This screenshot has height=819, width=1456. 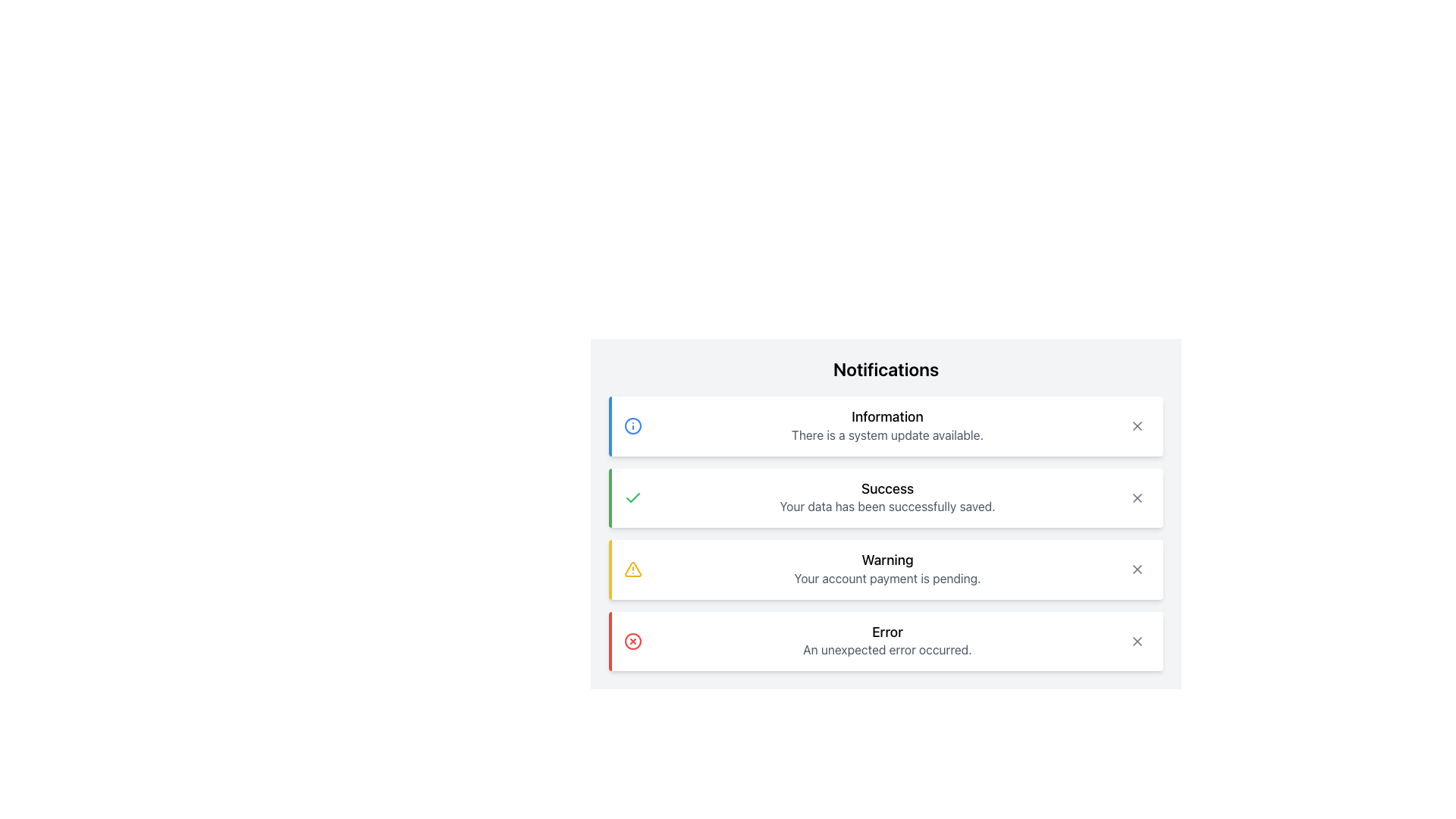 What do you see at coordinates (887, 648) in the screenshot?
I see `the text label displaying 'An unexpected error occurred.' which is located in the bottom-most notification card, directly below the title 'Error'` at bounding box center [887, 648].